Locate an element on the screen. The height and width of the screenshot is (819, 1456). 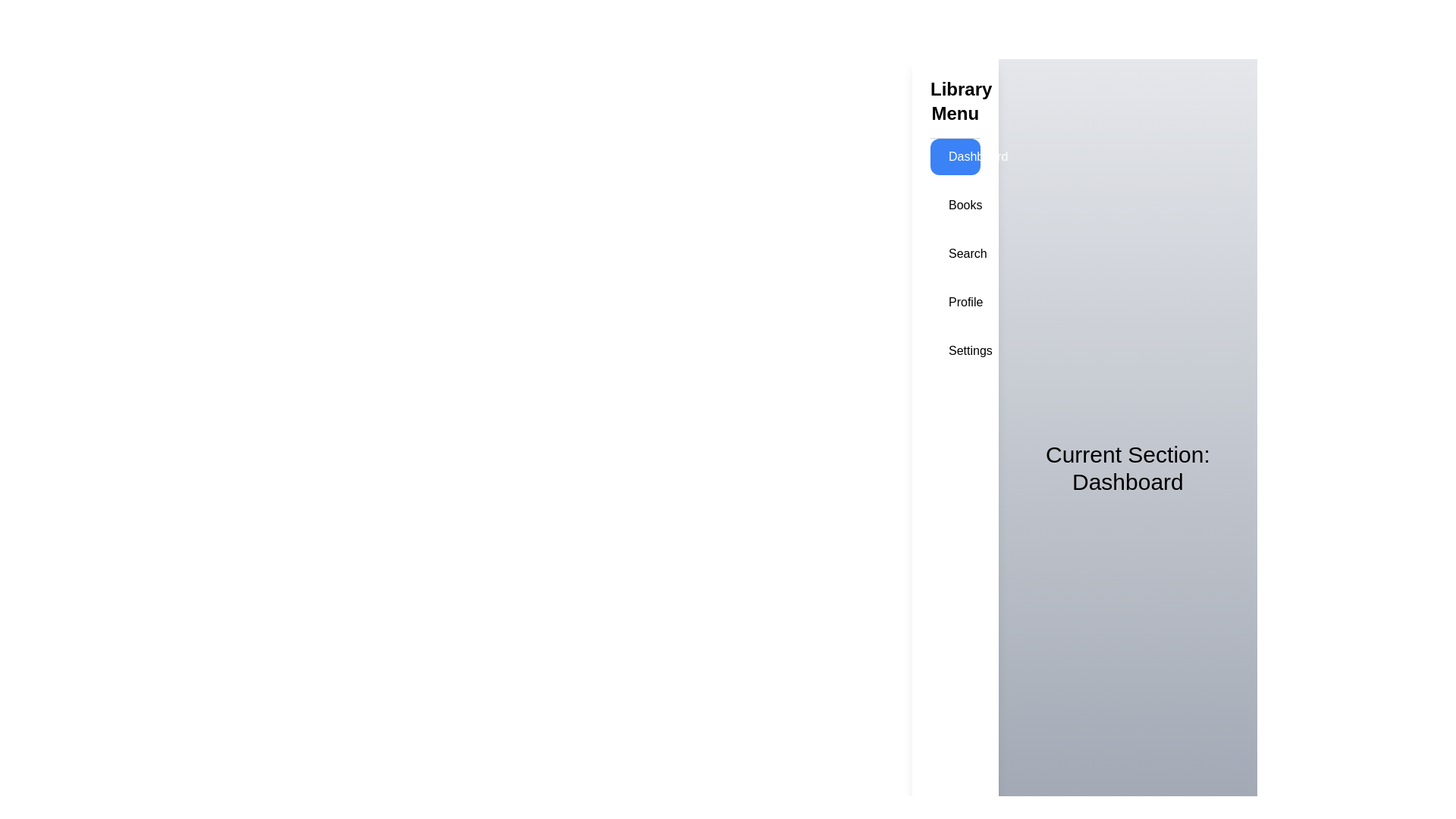
the menu item corresponding to Search to navigate to that section is located at coordinates (954, 253).